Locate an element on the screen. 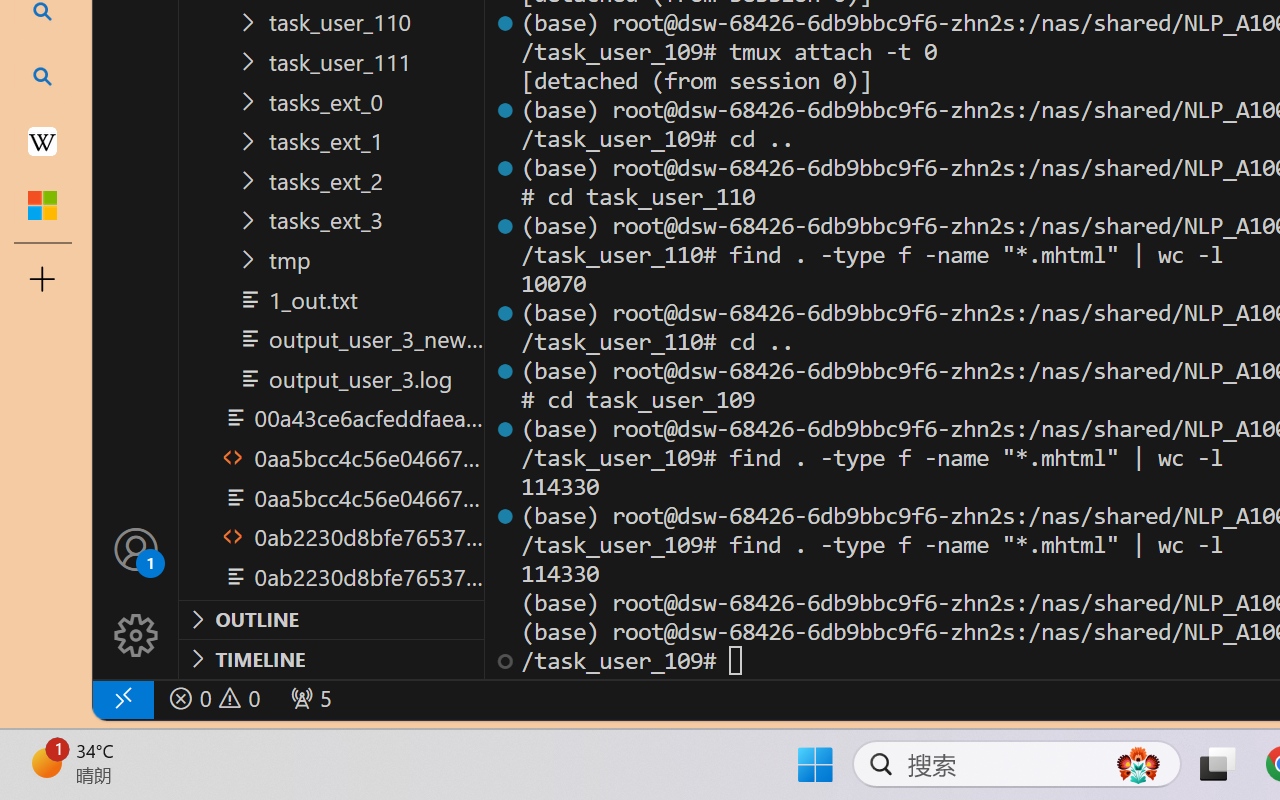  'Earth - Wikipedia' is located at coordinates (42, 140).